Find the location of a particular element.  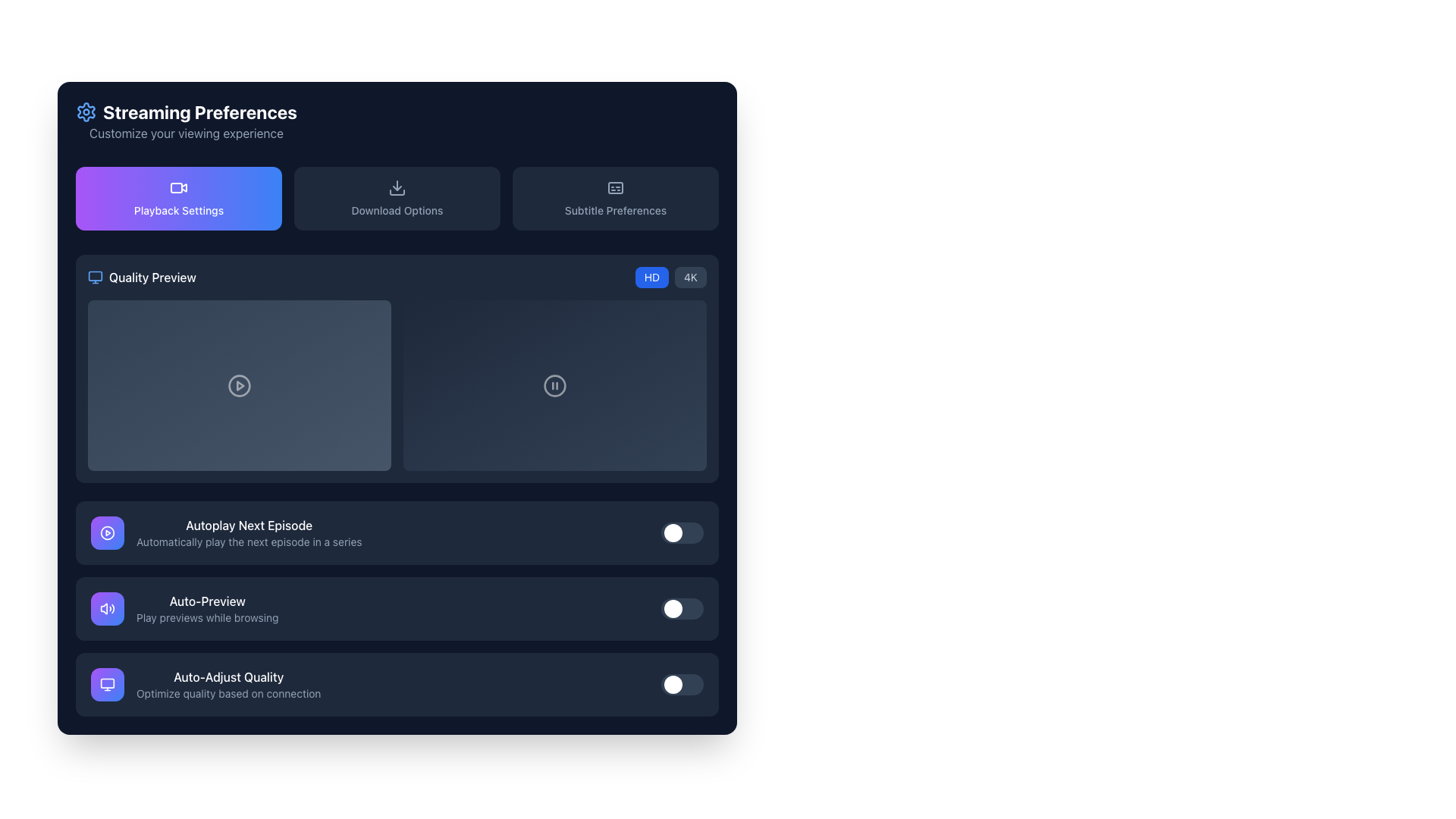

the settings icon located on the left-hand side of the top section of the settings interface, which serves as a navigational aid for accessing options or preferences is located at coordinates (86, 111).